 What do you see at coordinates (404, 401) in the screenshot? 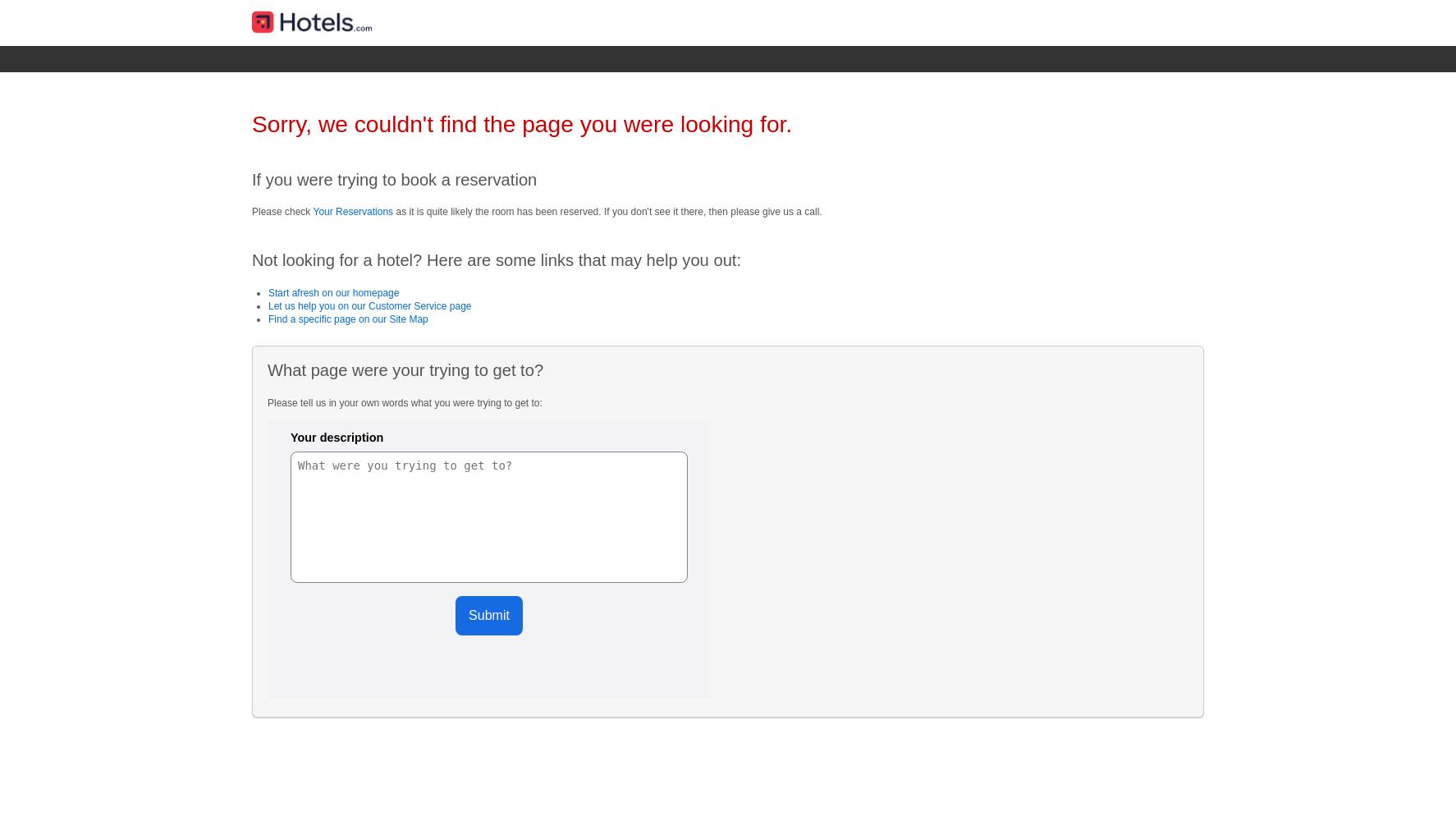
I see `'Please tell us in your own words what you were trying to get to:'` at bounding box center [404, 401].